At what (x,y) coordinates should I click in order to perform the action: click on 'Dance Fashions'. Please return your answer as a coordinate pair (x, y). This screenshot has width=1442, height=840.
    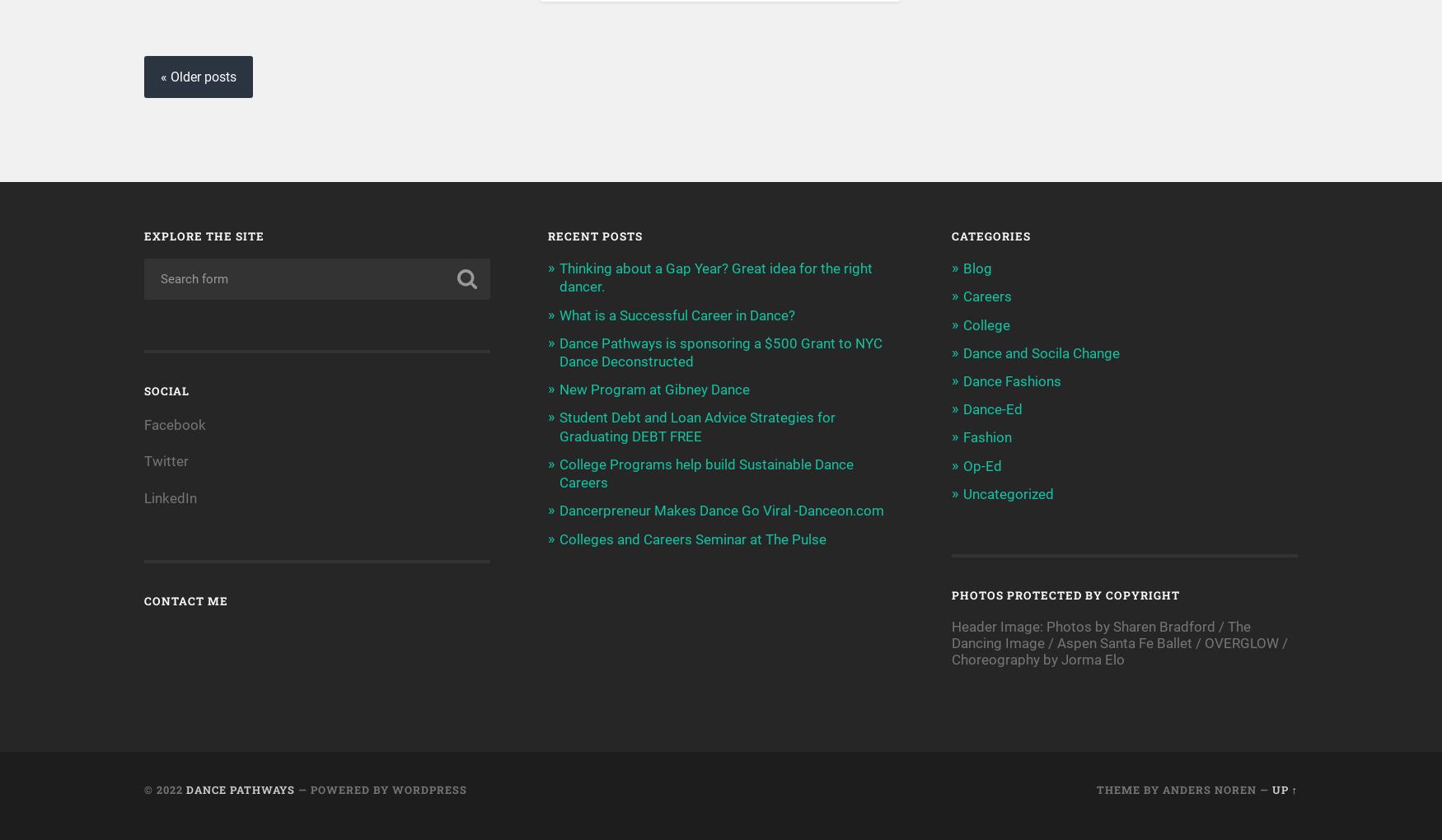
    Looking at the image, I should click on (1012, 380).